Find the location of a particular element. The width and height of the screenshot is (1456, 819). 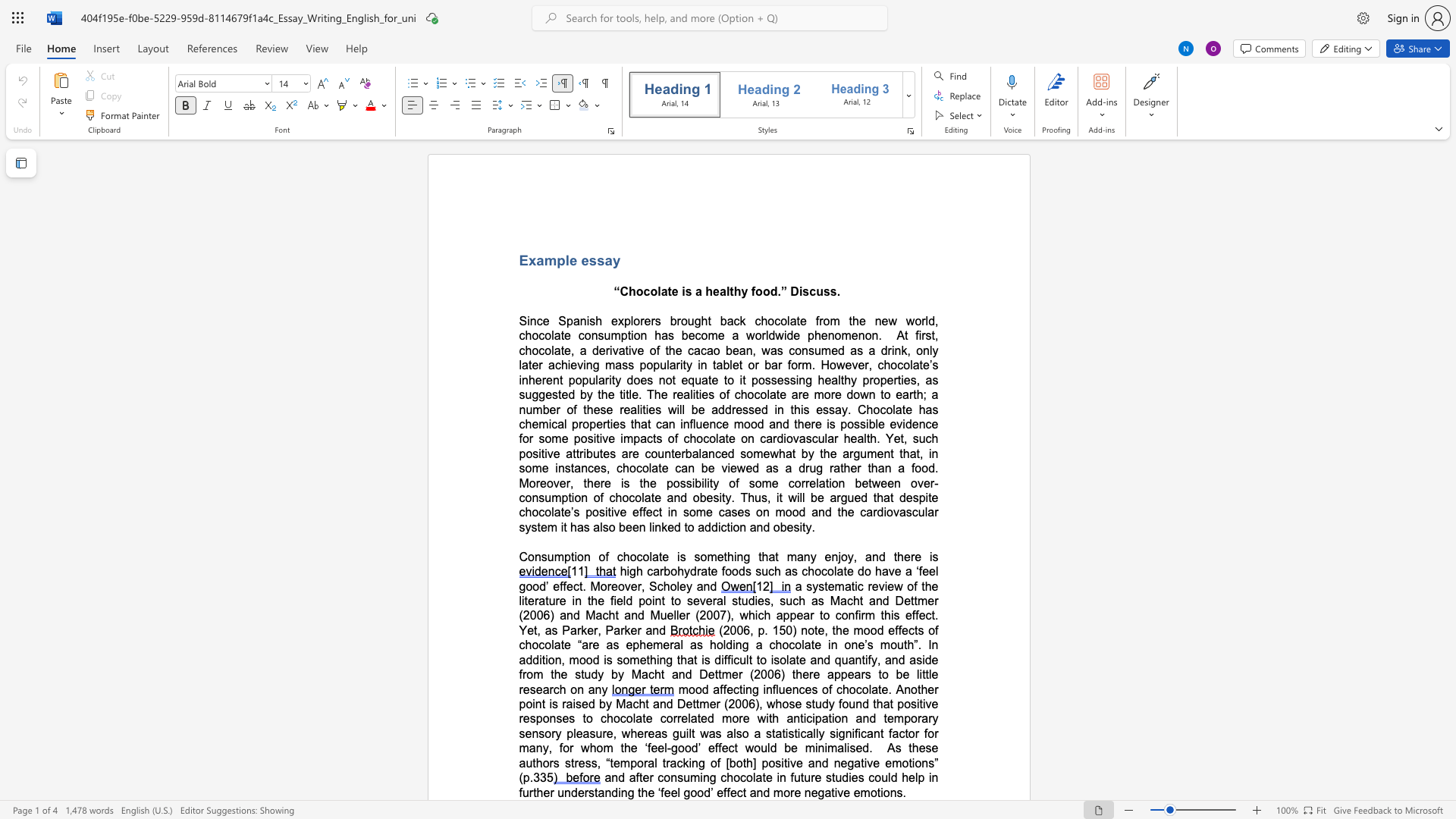

the subset text "’s inherent popularity d" within the text "At first, chocolate, a derivative of the cacao bean, was consumed as a drink, only later achieving mass popularity in tablet or bar form. However, chocolate’s inherent popularity does not equate to it" is located at coordinates (928, 365).